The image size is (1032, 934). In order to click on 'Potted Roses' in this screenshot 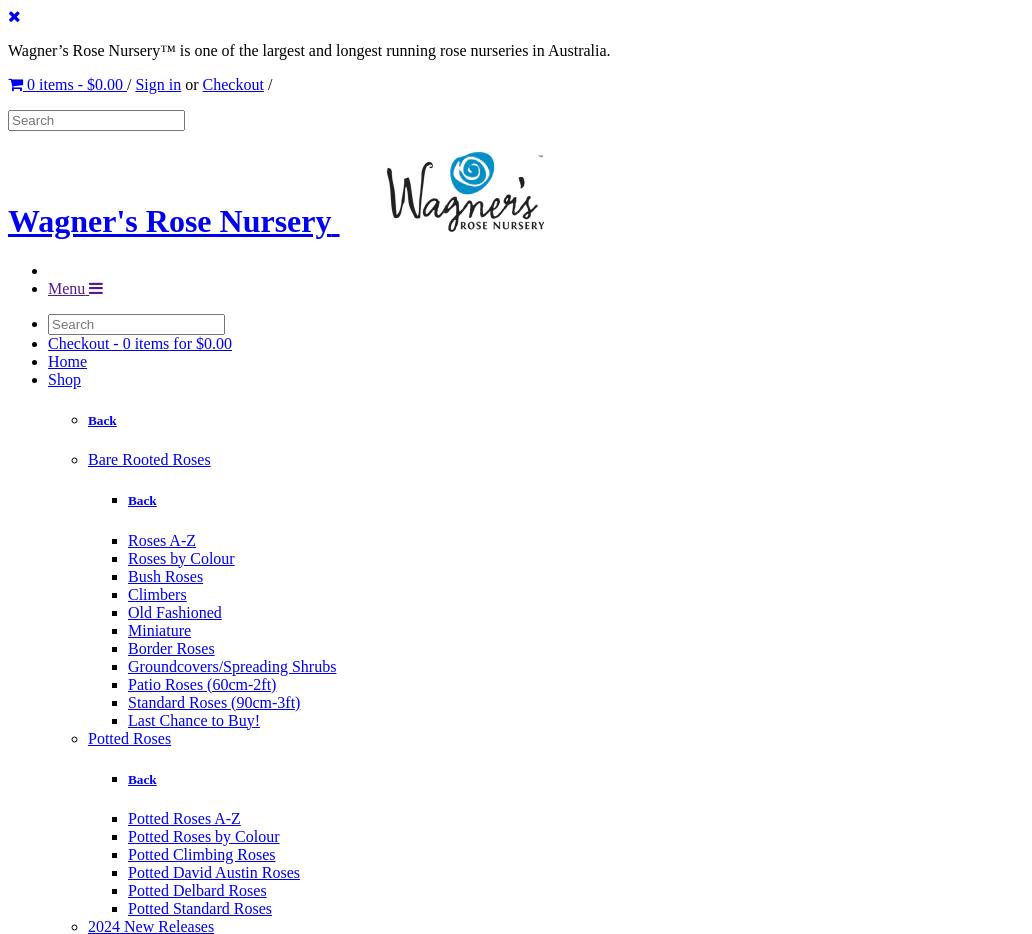, I will do `click(129, 737)`.